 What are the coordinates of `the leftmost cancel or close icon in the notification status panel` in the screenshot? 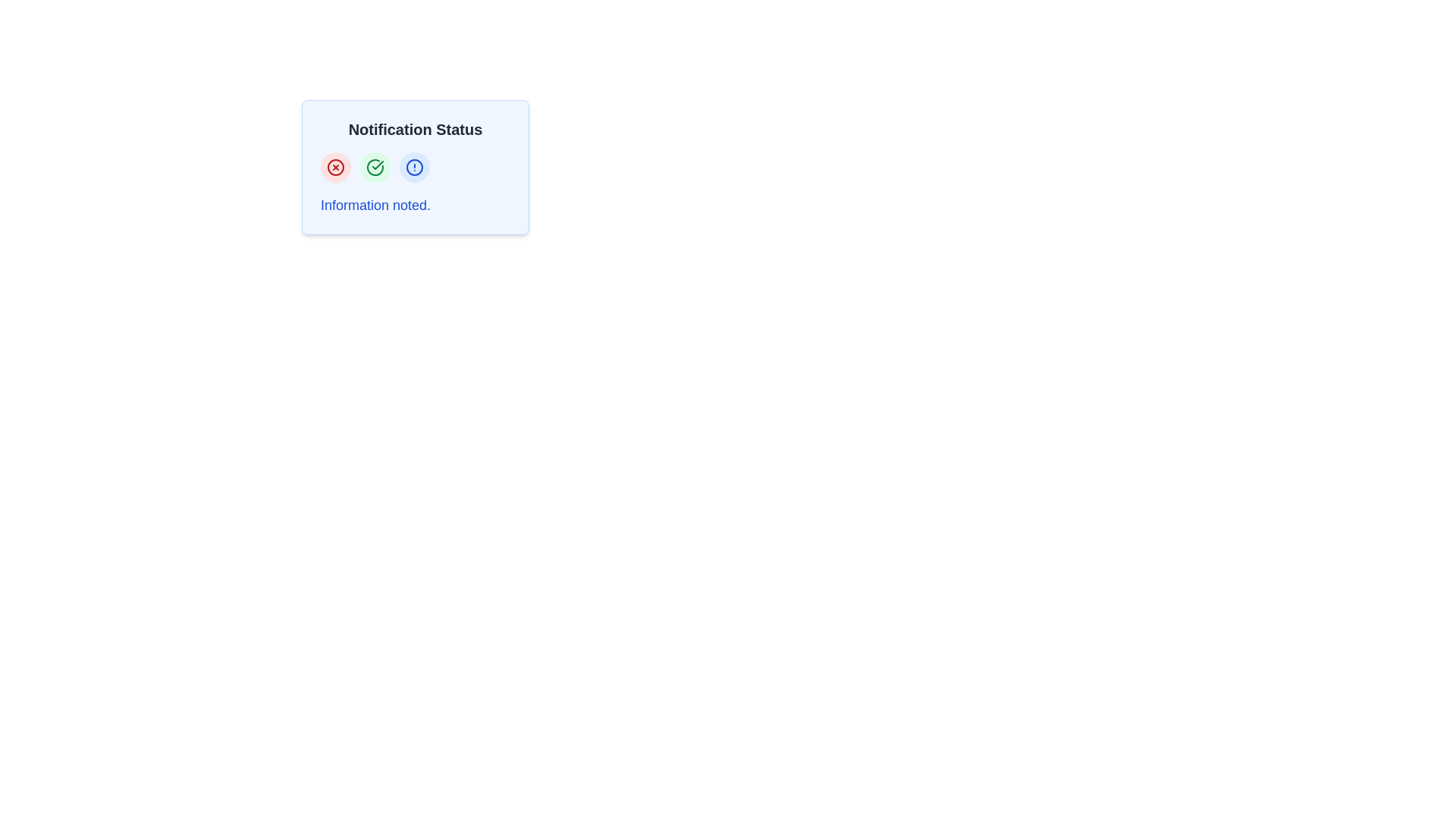 It's located at (334, 167).